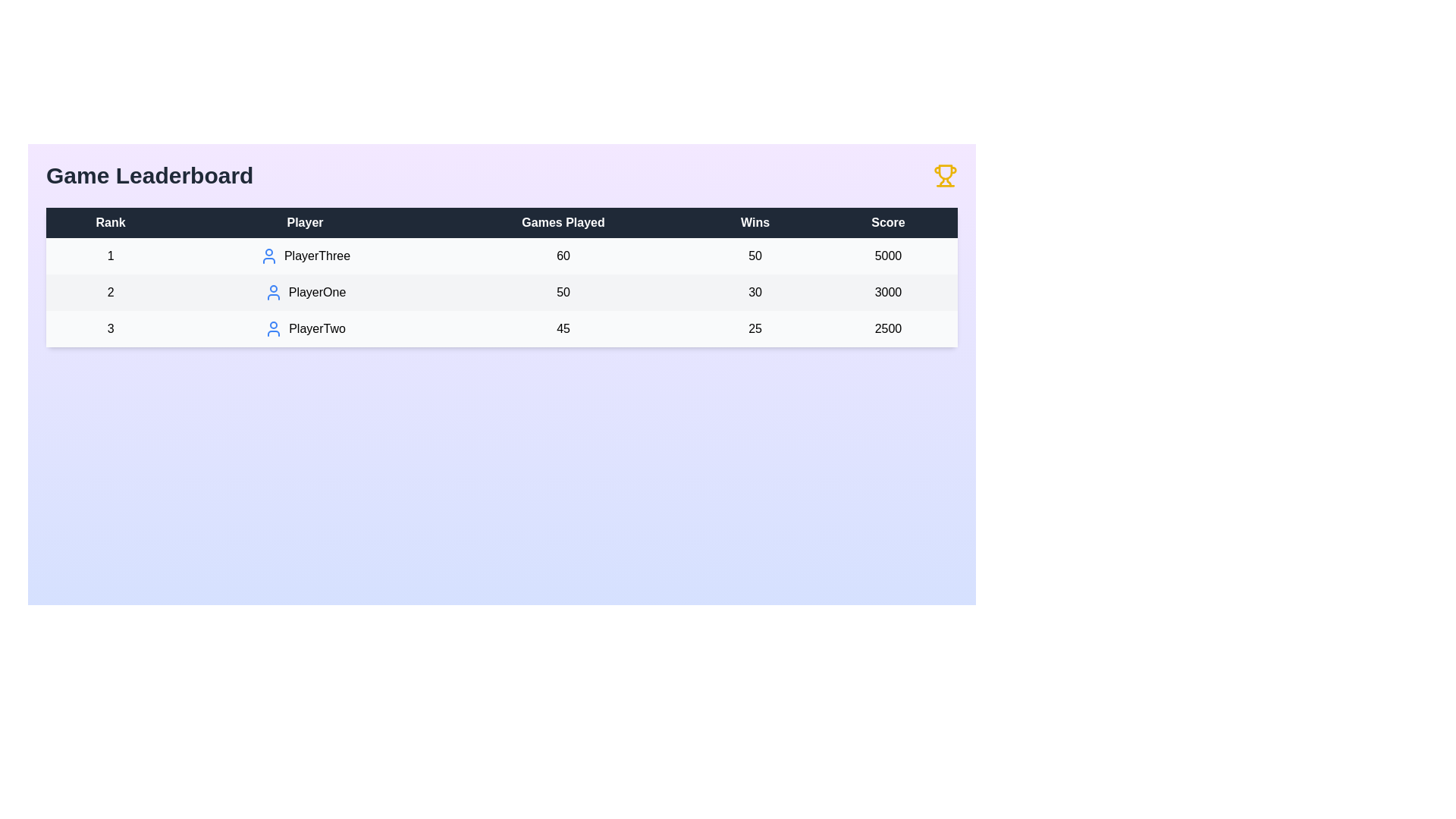 The height and width of the screenshot is (819, 1456). What do you see at coordinates (274, 328) in the screenshot?
I see `icon representing 'PlayerTwo' located in the third row of the leaderboard table as the second element horizontally` at bounding box center [274, 328].